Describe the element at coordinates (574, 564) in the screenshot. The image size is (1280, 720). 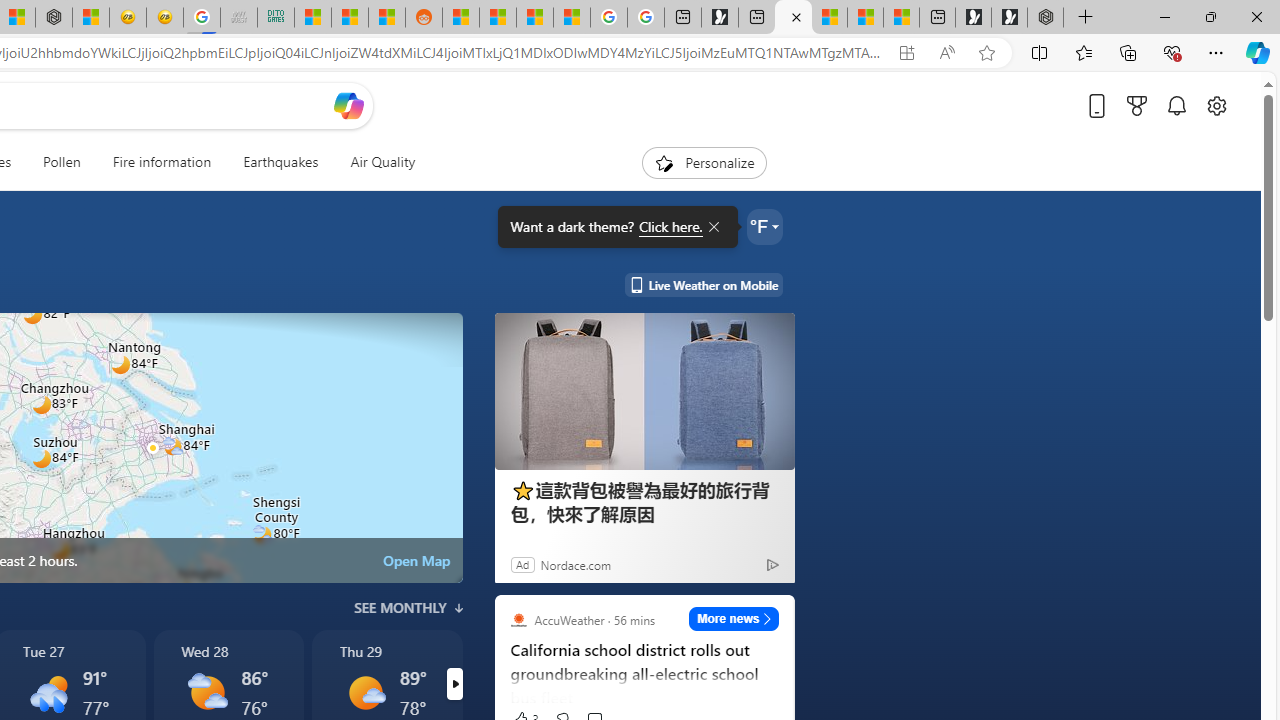
I see `'Nordace.com'` at that location.